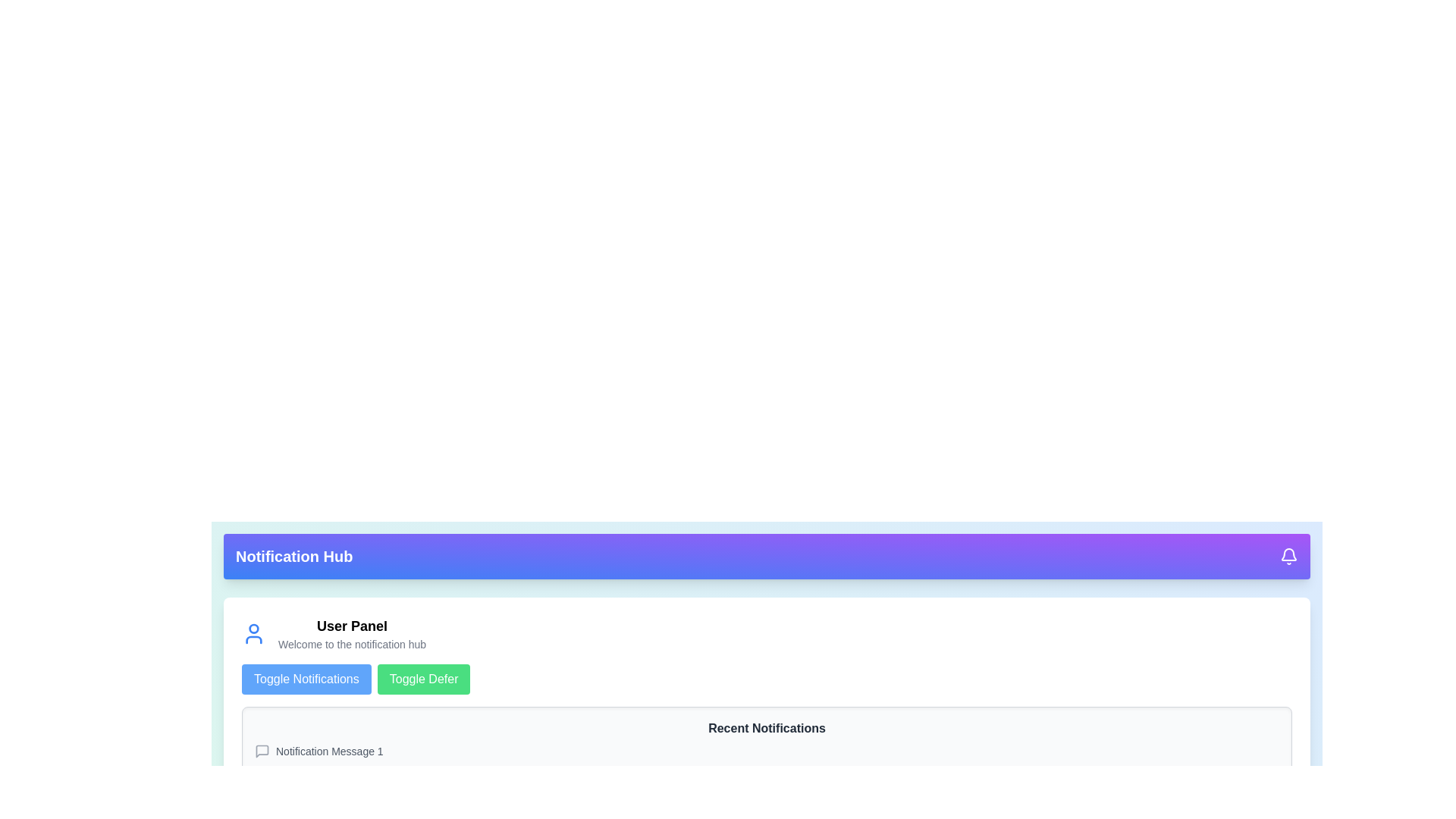  What do you see at coordinates (262, 792) in the screenshot?
I see `the message indicator icon, which resembles a speech bubble or message square, located at the bottom of the user interface near the user panel's content` at bounding box center [262, 792].